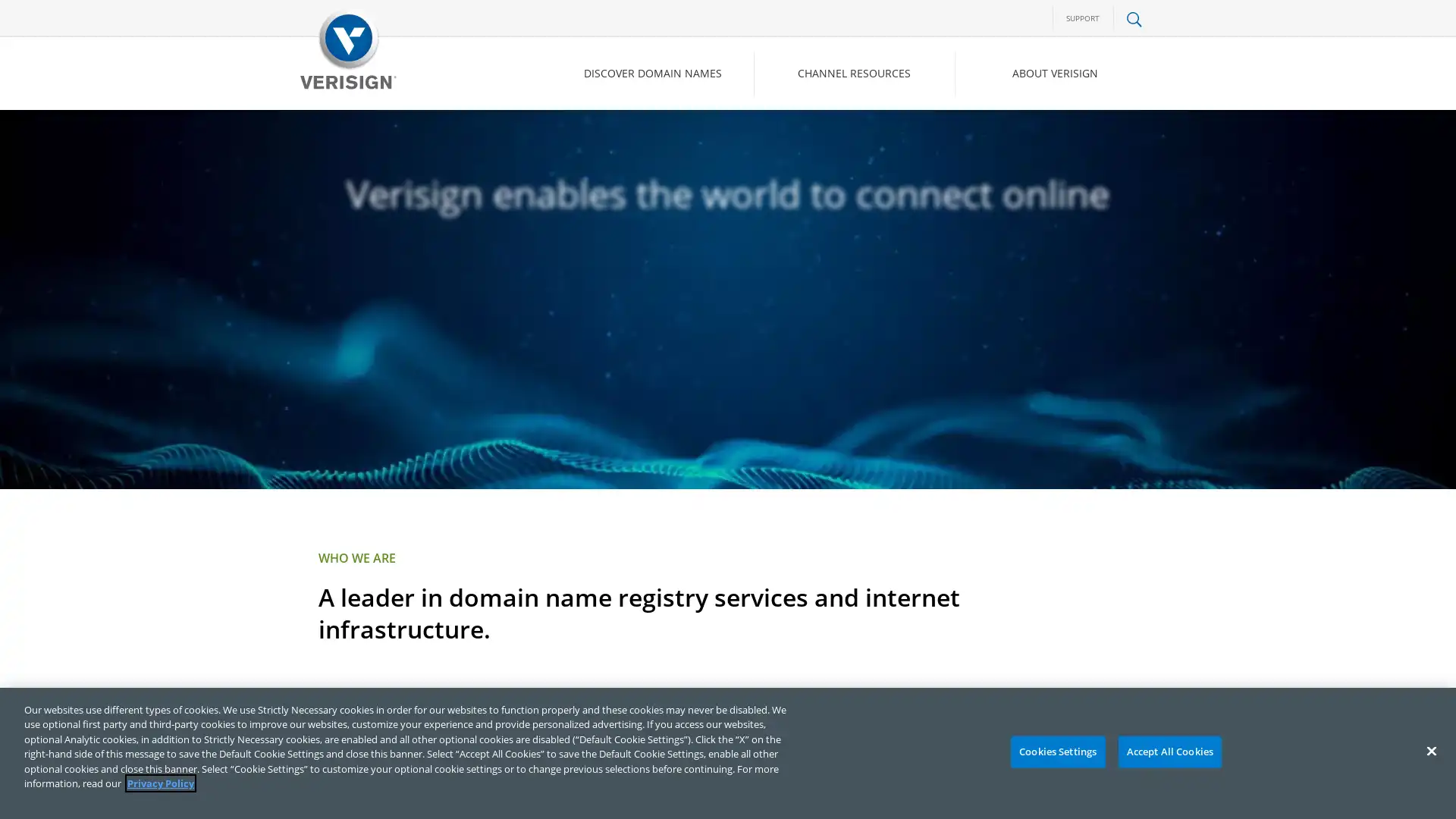 The image size is (1456, 819). I want to click on Cookies Settings, so click(1056, 752).